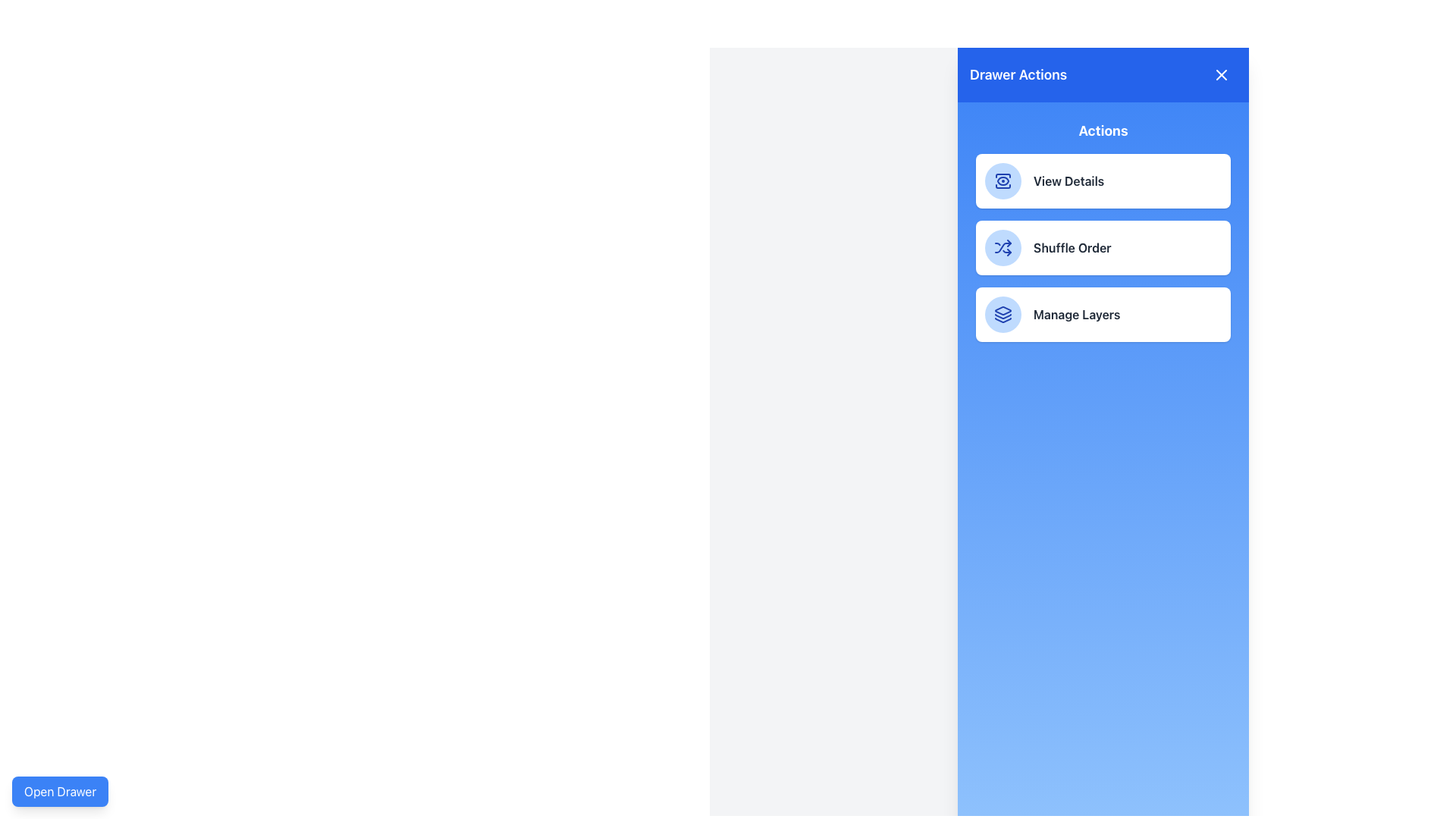 The height and width of the screenshot is (819, 1456). What do you see at coordinates (1222, 75) in the screenshot?
I see `the close button located in the top-right corner of the blue header bar labeled 'Drawer Actions' to observe the background color change` at bounding box center [1222, 75].